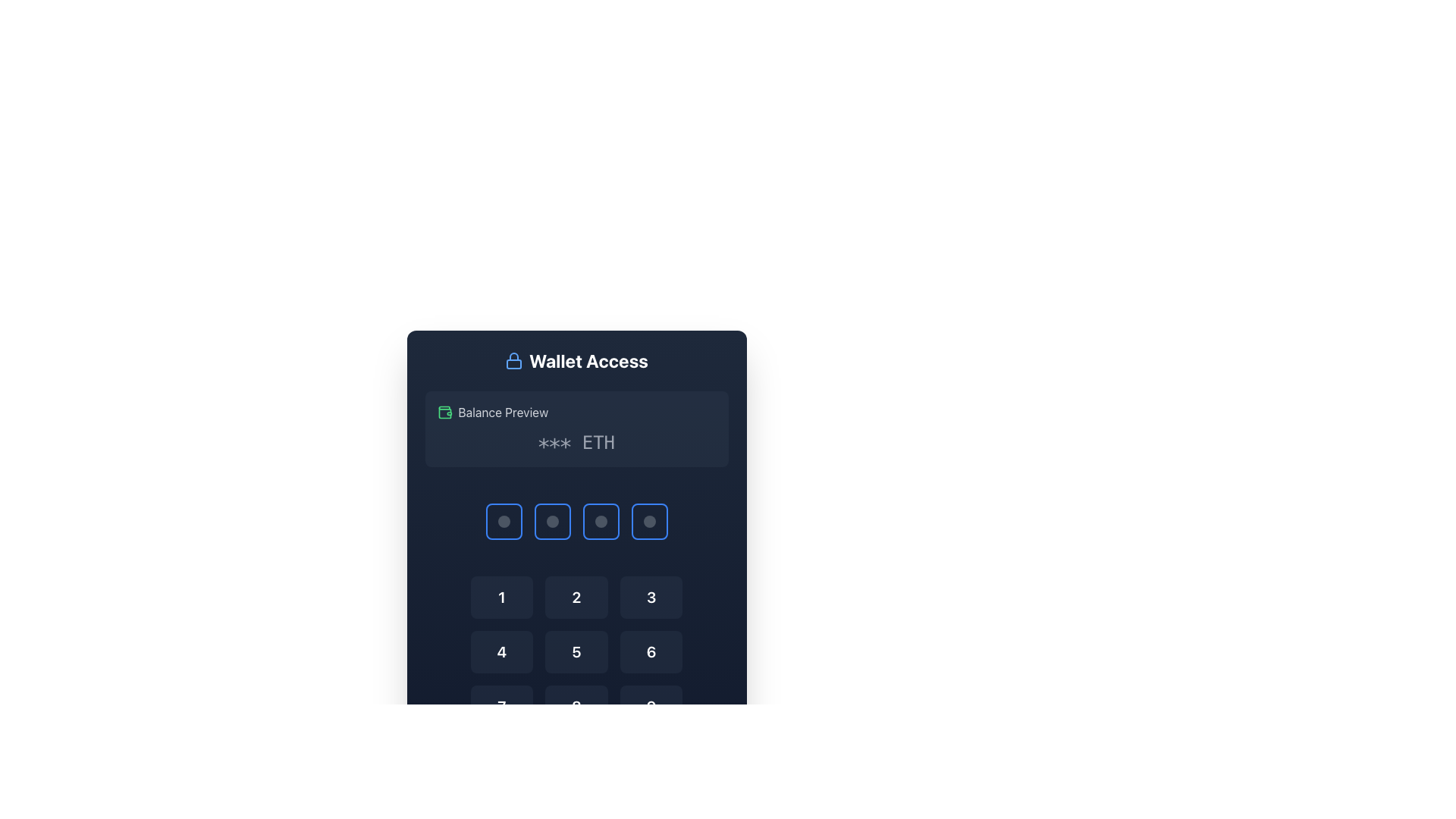 The height and width of the screenshot is (819, 1456). What do you see at coordinates (649, 520) in the screenshot?
I see `the fourth decorative or status indicator icon located beneath the 'Balance Preview' label` at bounding box center [649, 520].